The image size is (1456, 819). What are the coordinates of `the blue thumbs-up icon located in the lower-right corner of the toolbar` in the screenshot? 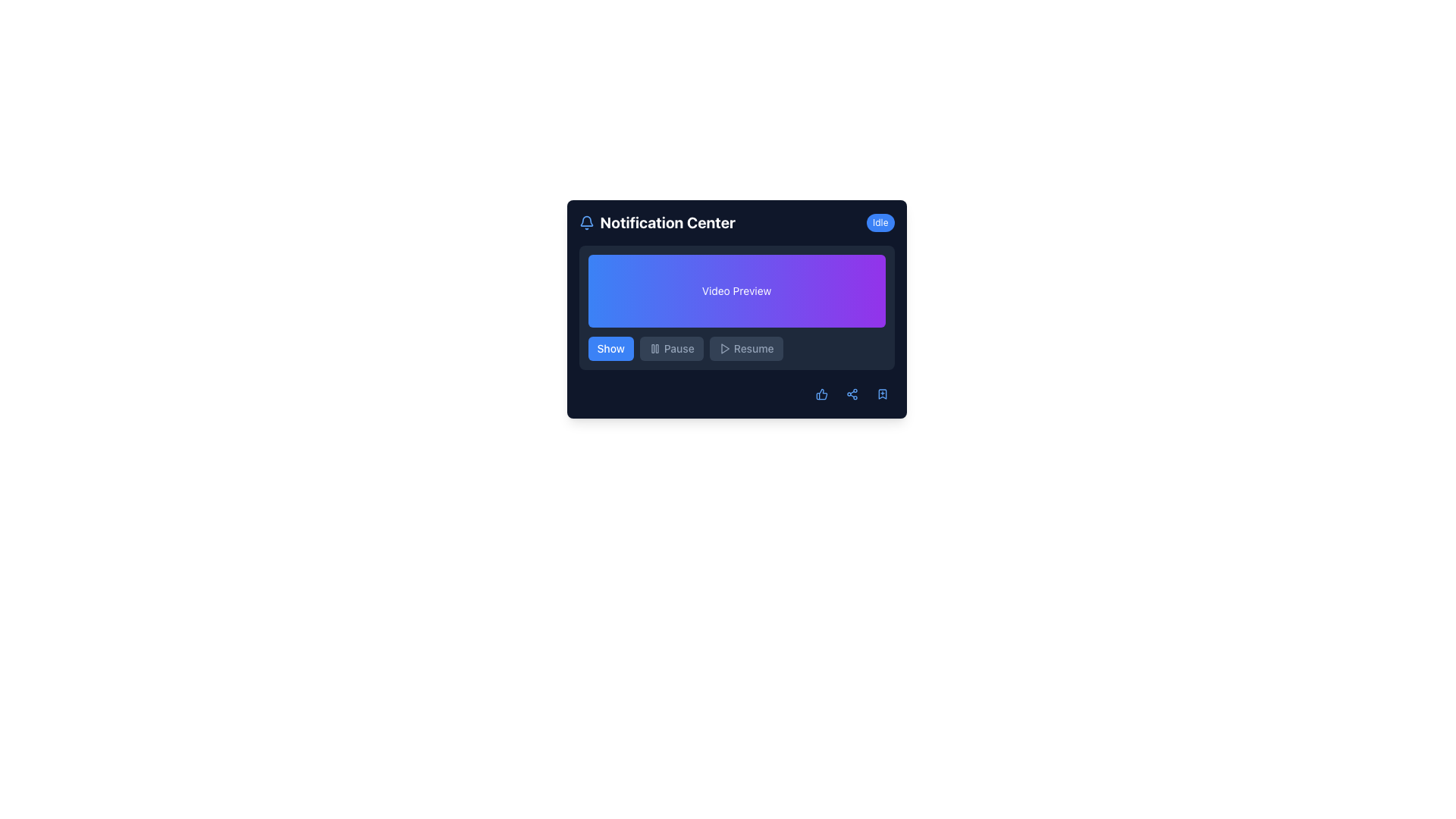 It's located at (821, 394).